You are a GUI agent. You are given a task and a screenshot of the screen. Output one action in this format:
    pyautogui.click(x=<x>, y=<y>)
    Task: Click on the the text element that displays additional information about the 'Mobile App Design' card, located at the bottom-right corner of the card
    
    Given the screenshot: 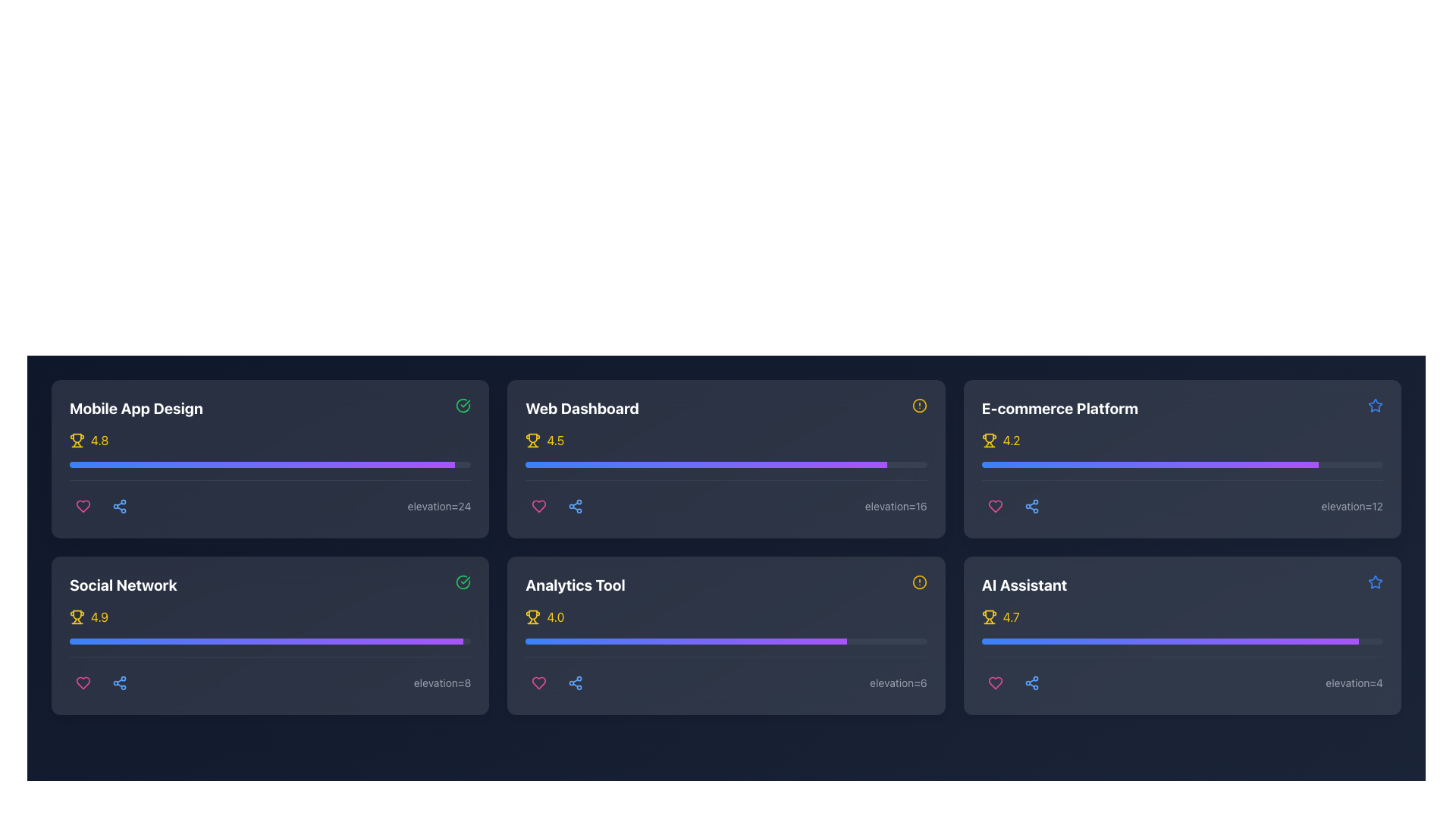 What is the action you would take?
    pyautogui.click(x=438, y=506)
    